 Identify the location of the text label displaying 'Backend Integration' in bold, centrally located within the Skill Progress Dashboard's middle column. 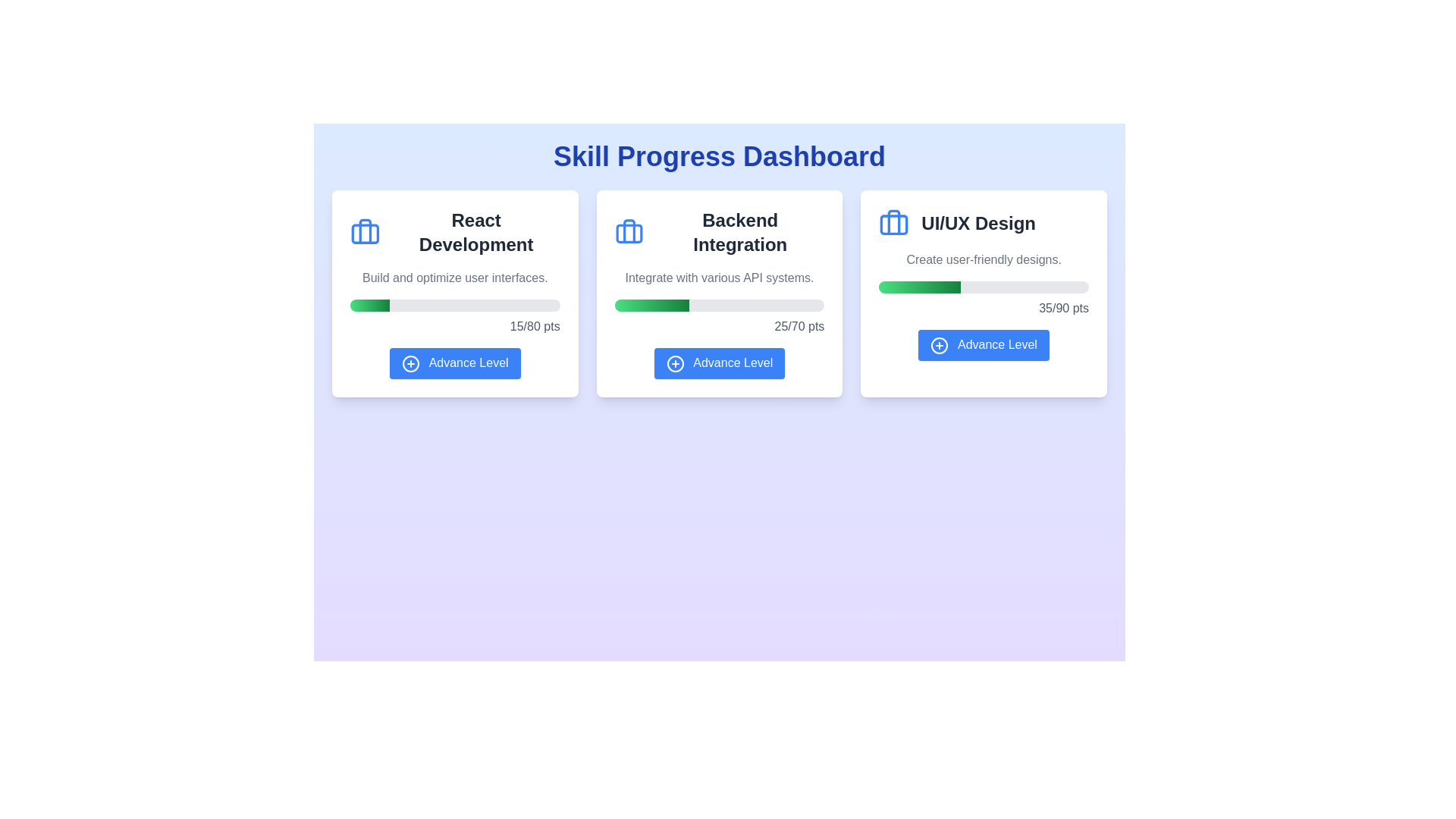
(740, 233).